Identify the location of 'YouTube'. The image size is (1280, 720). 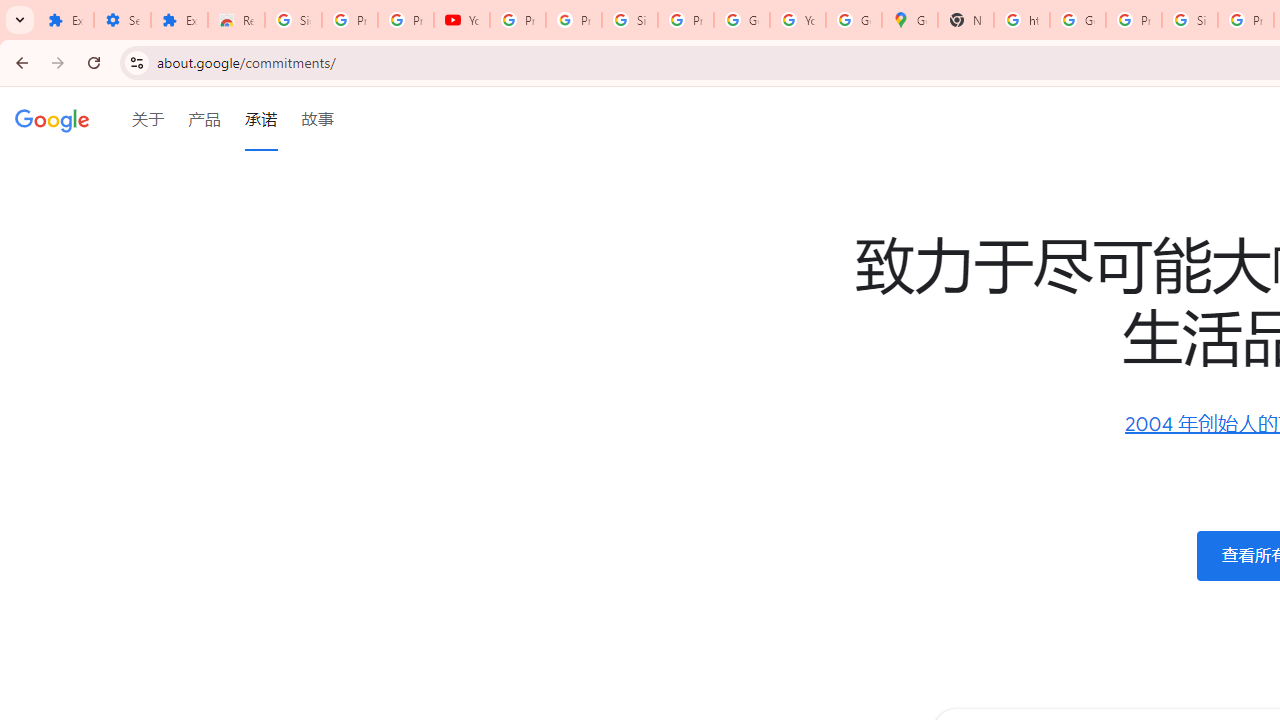
(461, 20).